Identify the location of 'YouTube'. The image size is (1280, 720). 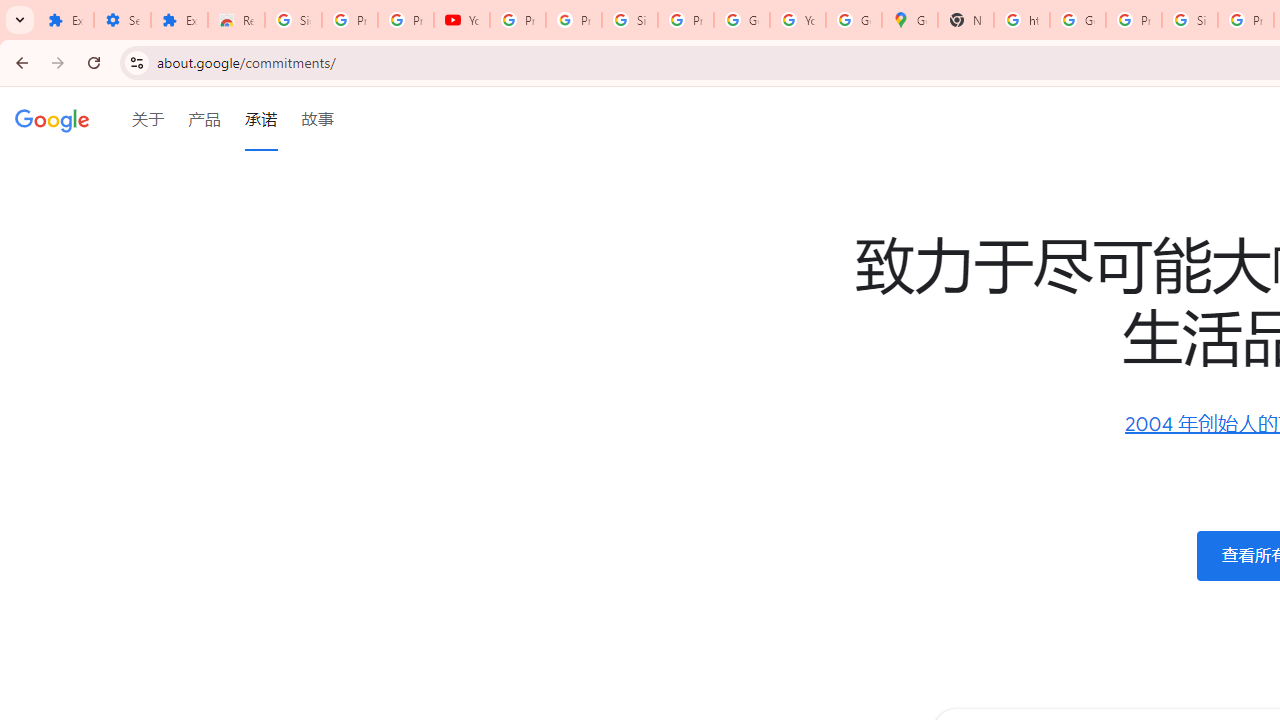
(461, 20).